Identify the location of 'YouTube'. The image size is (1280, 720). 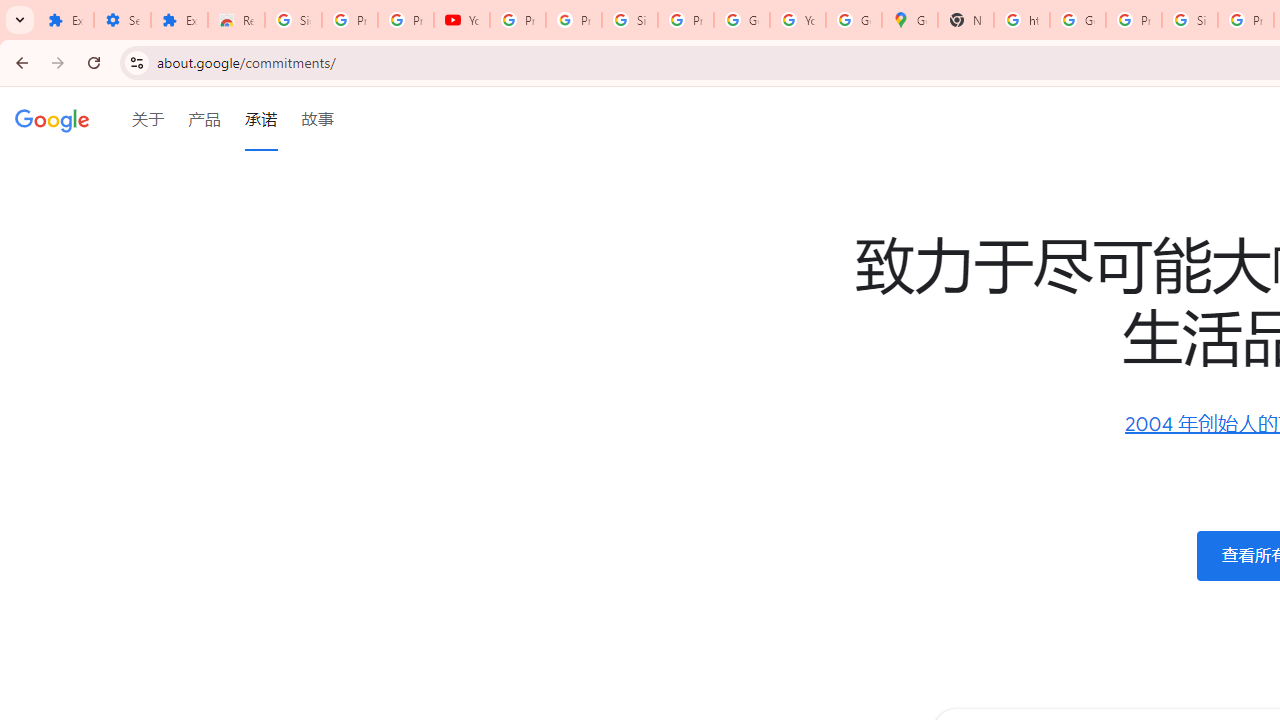
(461, 20).